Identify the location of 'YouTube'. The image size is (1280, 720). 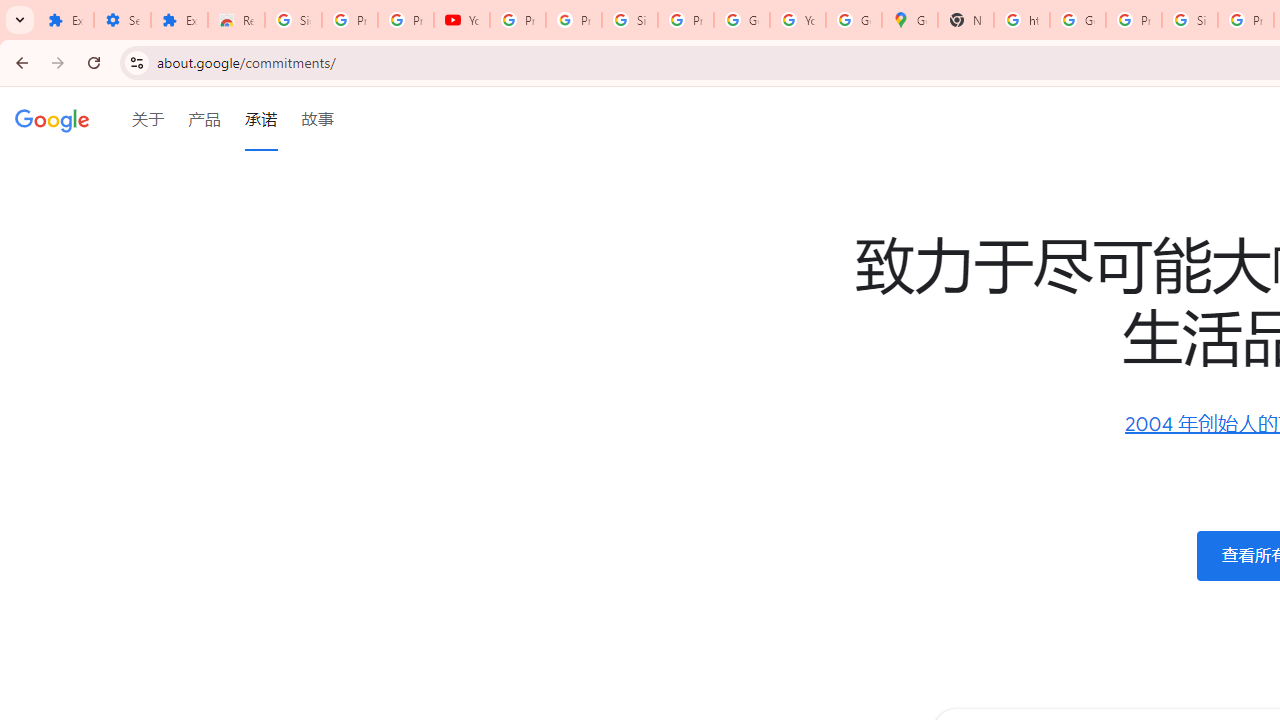
(461, 20).